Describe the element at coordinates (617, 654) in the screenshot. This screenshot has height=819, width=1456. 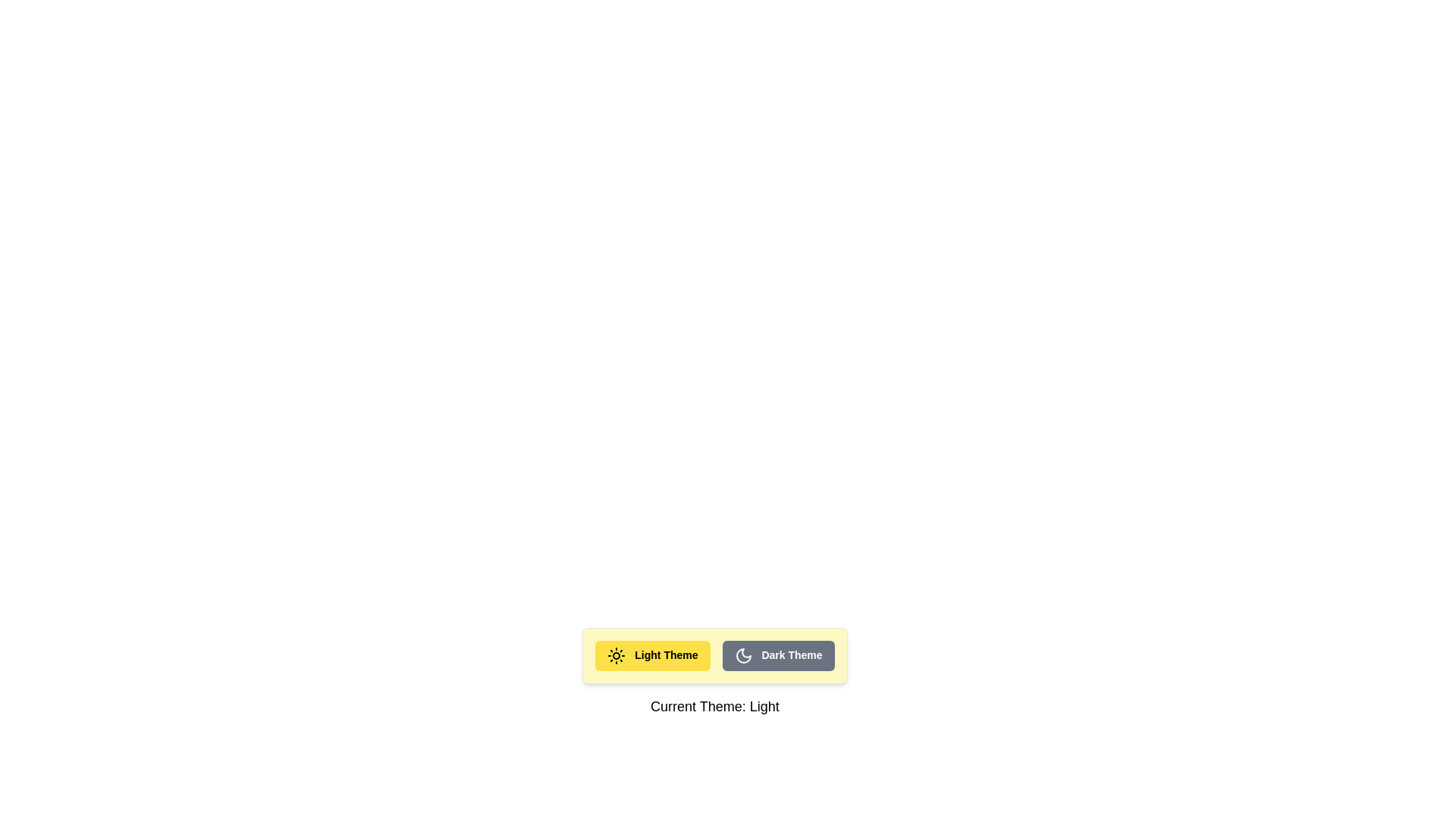
I see `the Decorative Icon that symbolizes the 'Light Theme' functionality, located on the left-hand side of the text within the yellow 'Light Theme' button` at that location.